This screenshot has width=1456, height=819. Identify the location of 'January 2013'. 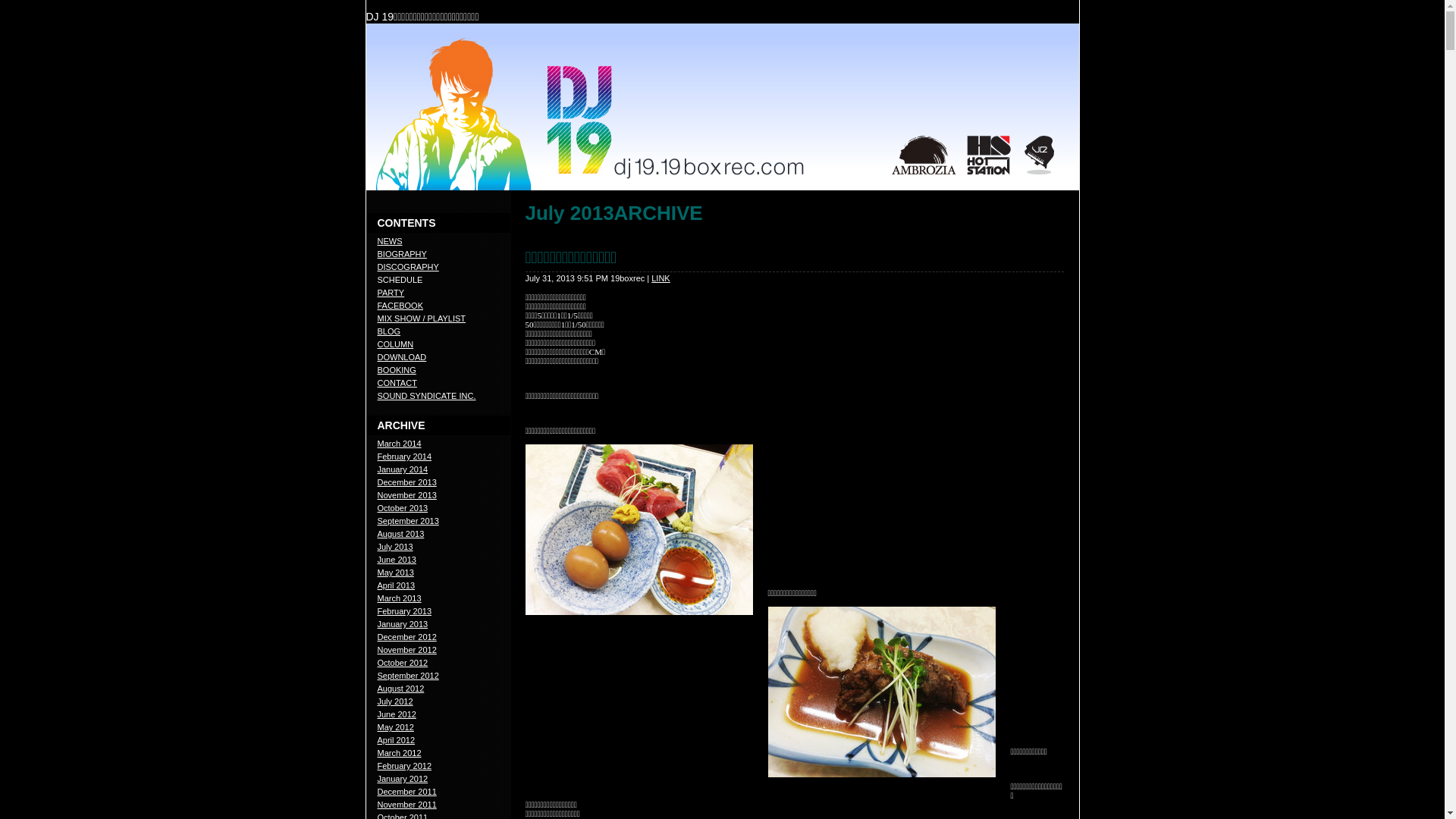
(403, 623).